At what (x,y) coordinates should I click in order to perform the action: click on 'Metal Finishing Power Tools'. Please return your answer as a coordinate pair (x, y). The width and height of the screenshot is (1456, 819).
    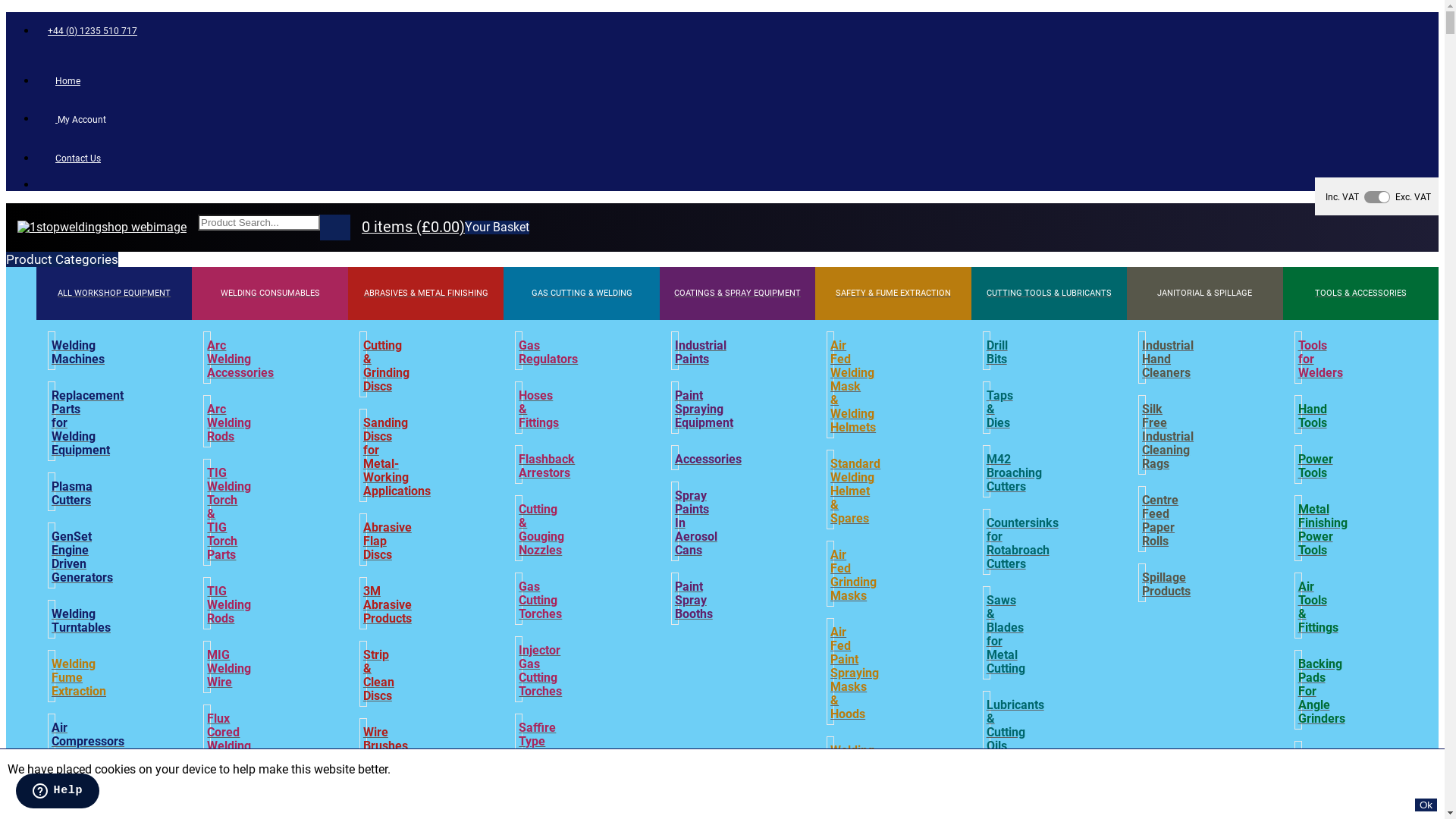
    Looking at the image, I should click on (1298, 529).